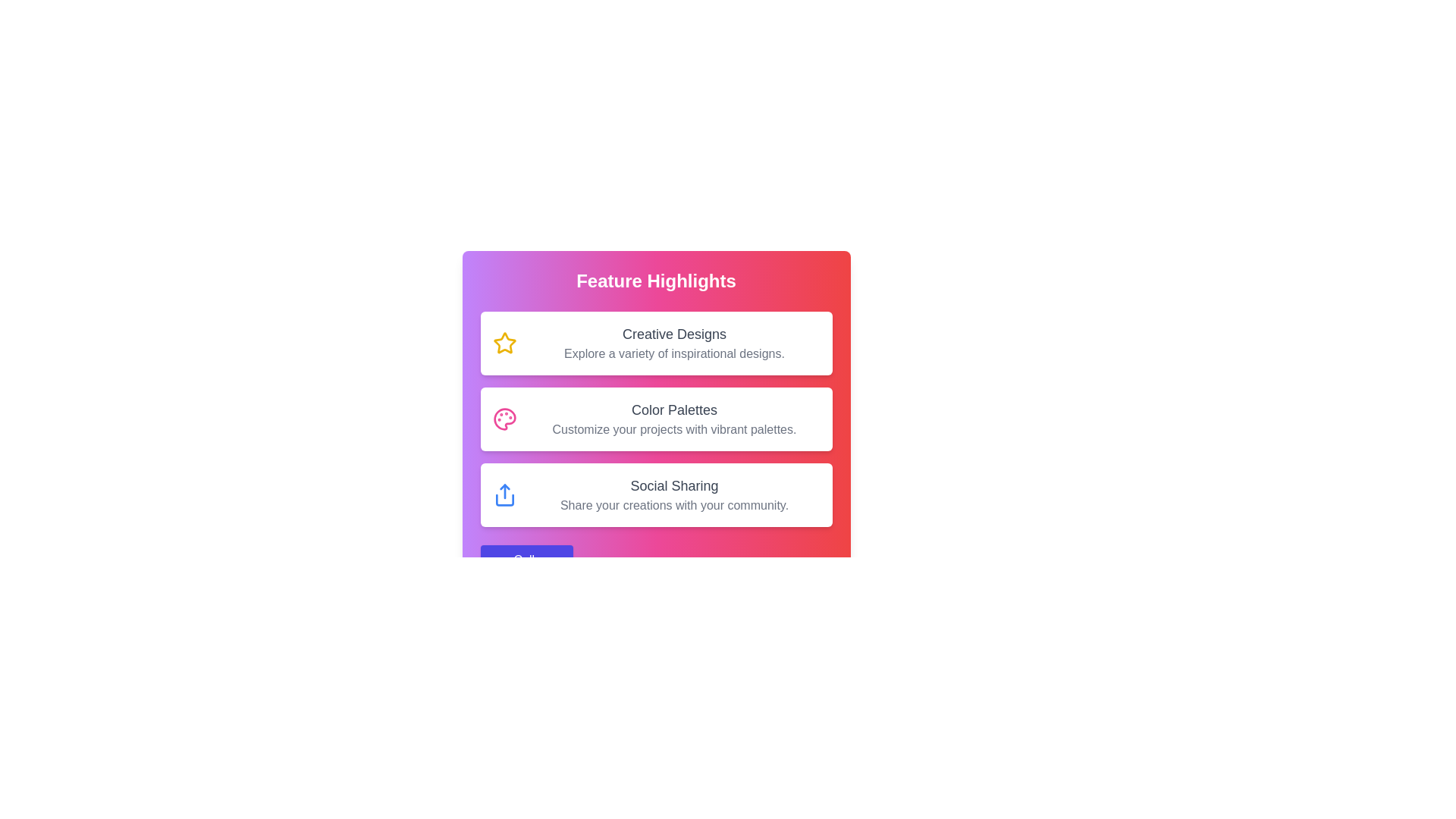  I want to click on the text line reading 'Customize your projects with vibrant palettes.' located beneath the header 'Color Palettes' in the middle section of the list of features, so click(673, 430).